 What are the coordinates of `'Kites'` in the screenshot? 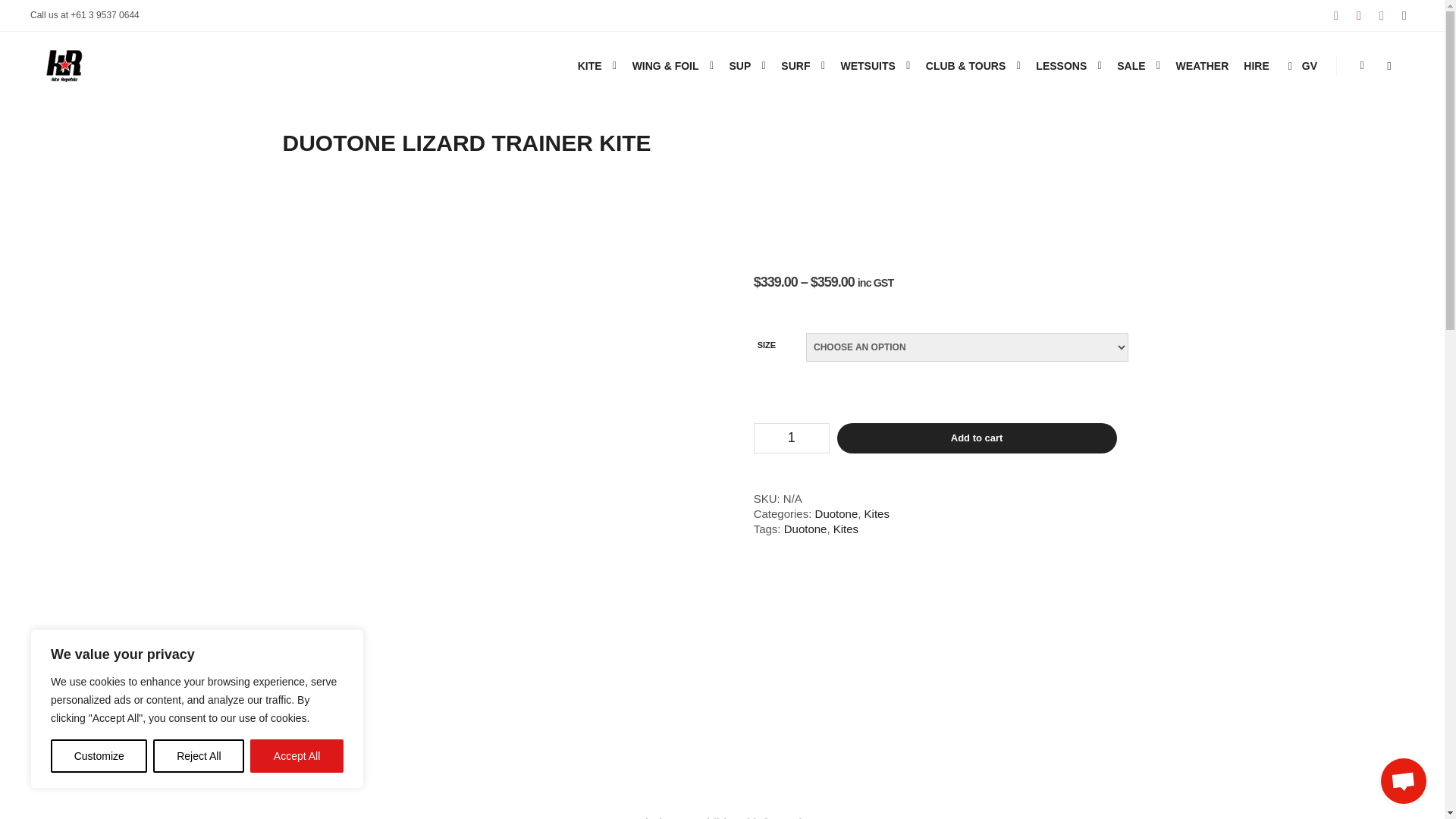 It's located at (845, 528).